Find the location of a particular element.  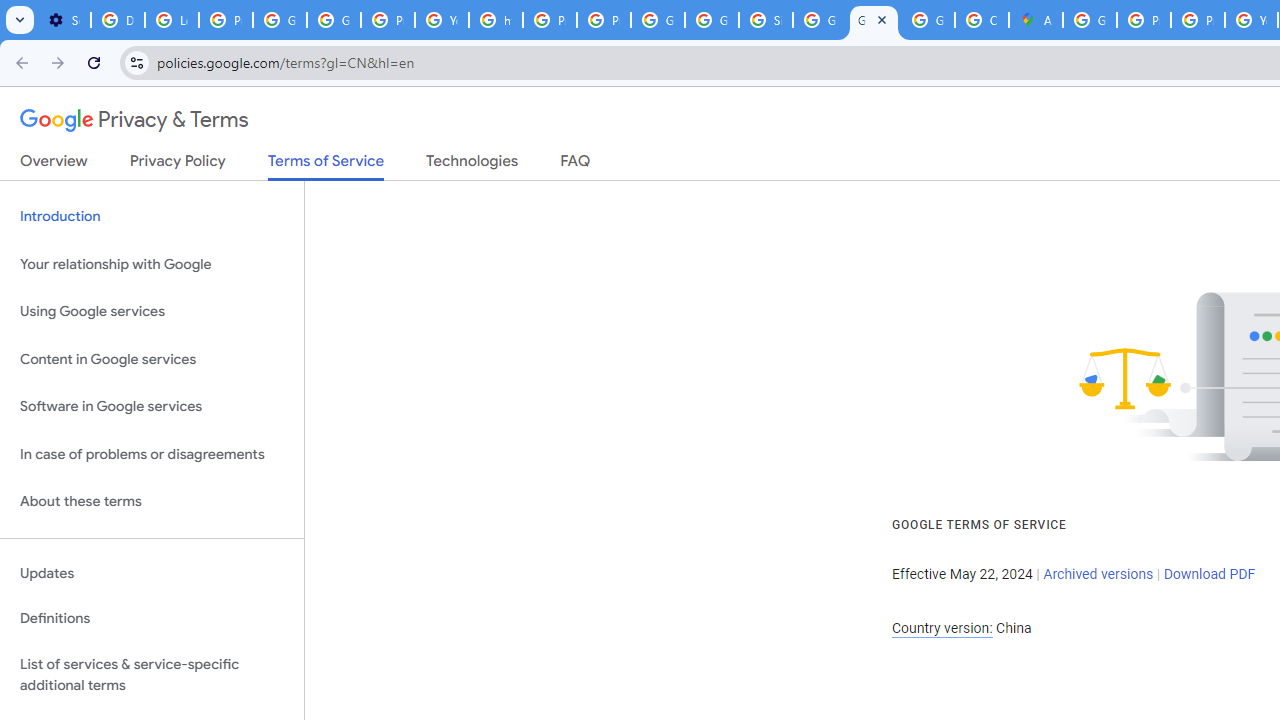

'Software in Google services' is located at coordinates (151, 406).